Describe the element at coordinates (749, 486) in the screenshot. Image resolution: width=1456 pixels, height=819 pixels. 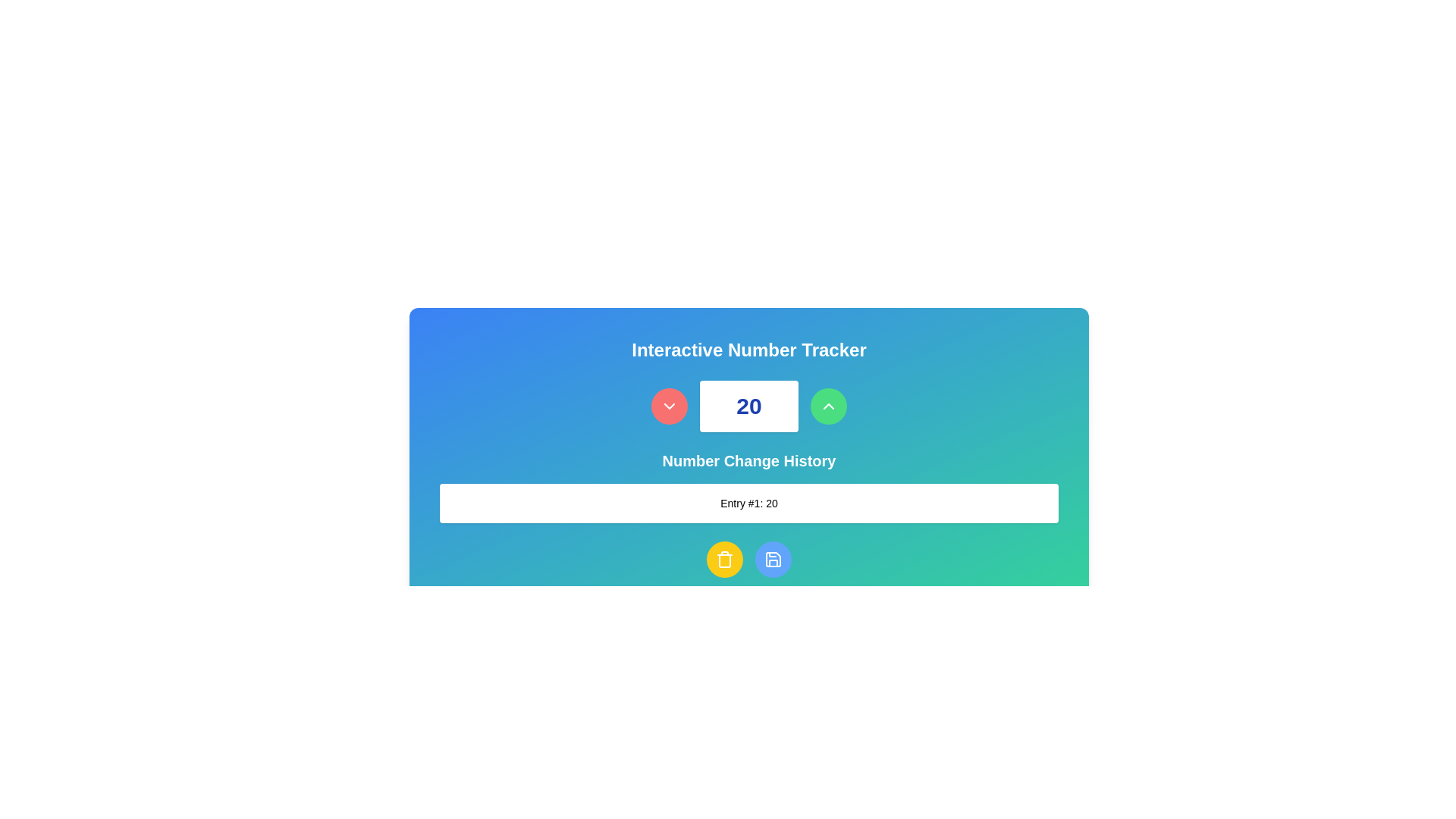
I see `the text block displaying 'Entry #1: 20' which is styled with a white background and located below the 'Number Change History' title` at that location.